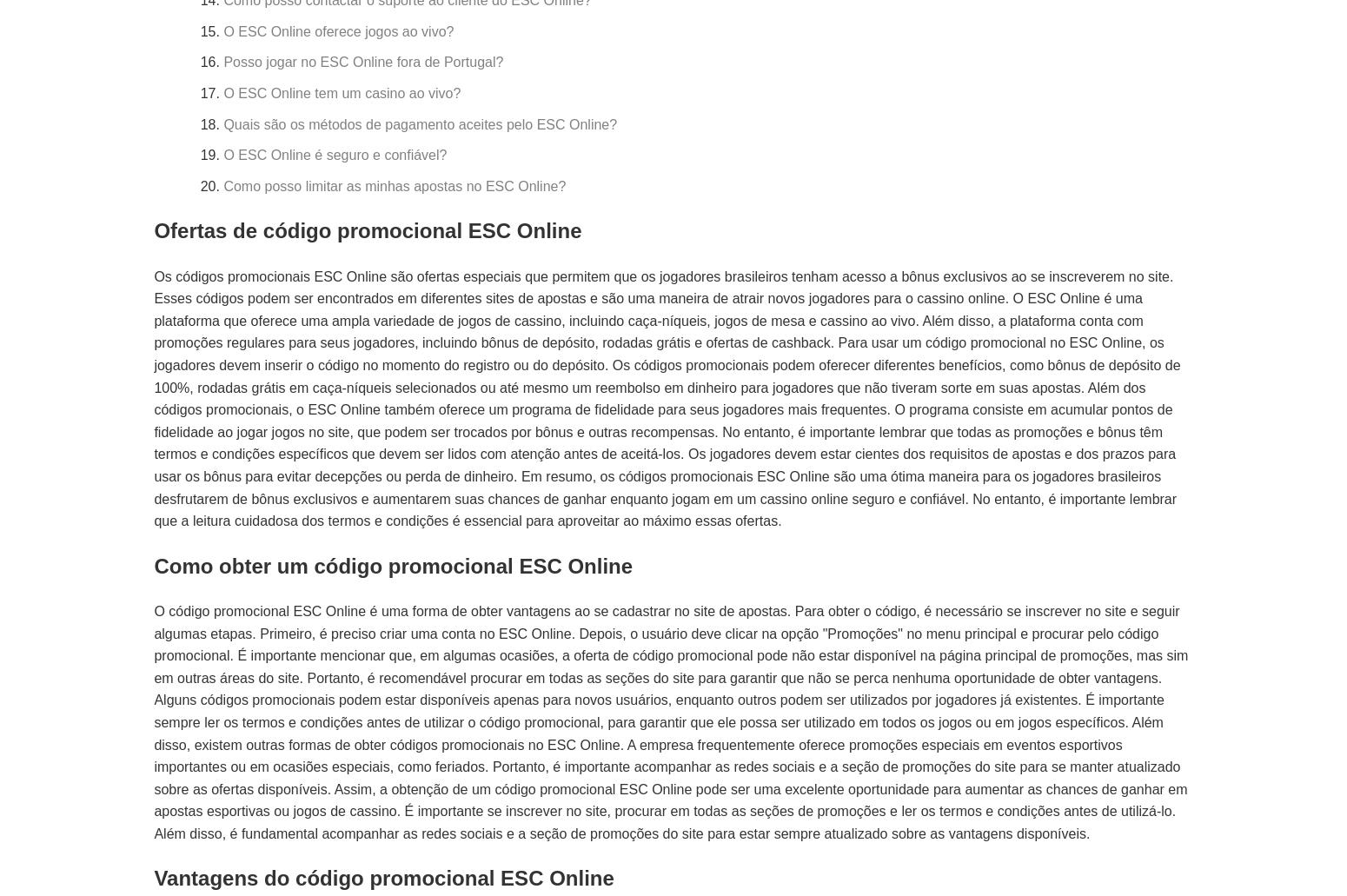 Image resolution: width=1347 pixels, height=896 pixels. What do you see at coordinates (153, 721) in the screenshot?
I see `'O código promocional ESC Online é uma forma de obter vantagens ao se cadastrar no site de apostas. Para obter o código, é necessário se inscrever no site e seguir algumas etapas. Primeiro, é preciso criar uma conta no ESC Online. Depois, o usuário deve clicar na opção "Promoções" no menu principal e procurar pelo código promocional. É importante mencionar que, em algumas ocasiões, a oferta de código promocional pode não estar disponível na página principal de promoções, mas sim em outras áreas do site. Portanto, é recomendável procurar em todas as seções do site para garantir que não se perca nenhuma oportunidade de obter vantagens. 

Alguns códigos promocionais podem estar disponíveis apenas para novos usuários, enquanto outros podem ser utilizados por jogadores já existentes. É importante sempre ler os termos e condições antes de utilizar o código promocional, para garantir que ele possa ser utilizado em todos os jogos ou em jogos específicos. 

Além disso, existem outras formas de obter códigos promocionais no ESC Online. A empresa frequentemente oferece promoções especiais em eventos esportivos importantes ou em ocasiões especiais, como feriados. Portanto, é importante acompanhar as redes sociais e a seção de promoções do site para se manter atualizado sobre as ofertas disponíveis. 

Assim, a obtenção de um código promocional ESC Online pode ser uma excelente oportunidade para aumentar as chances de ganhar em apostas esportivas ou jogos de cassino. É importante se inscrever no site, procurar em todas as seções de promoções e ler os termos e condições antes de utilizá-lo. Além disso, é fundamental acompanhar as redes sociais e a seção de promoções do site para estar sempre atualizado sobre as vantagens disponíveis.'` at bounding box center [153, 721].